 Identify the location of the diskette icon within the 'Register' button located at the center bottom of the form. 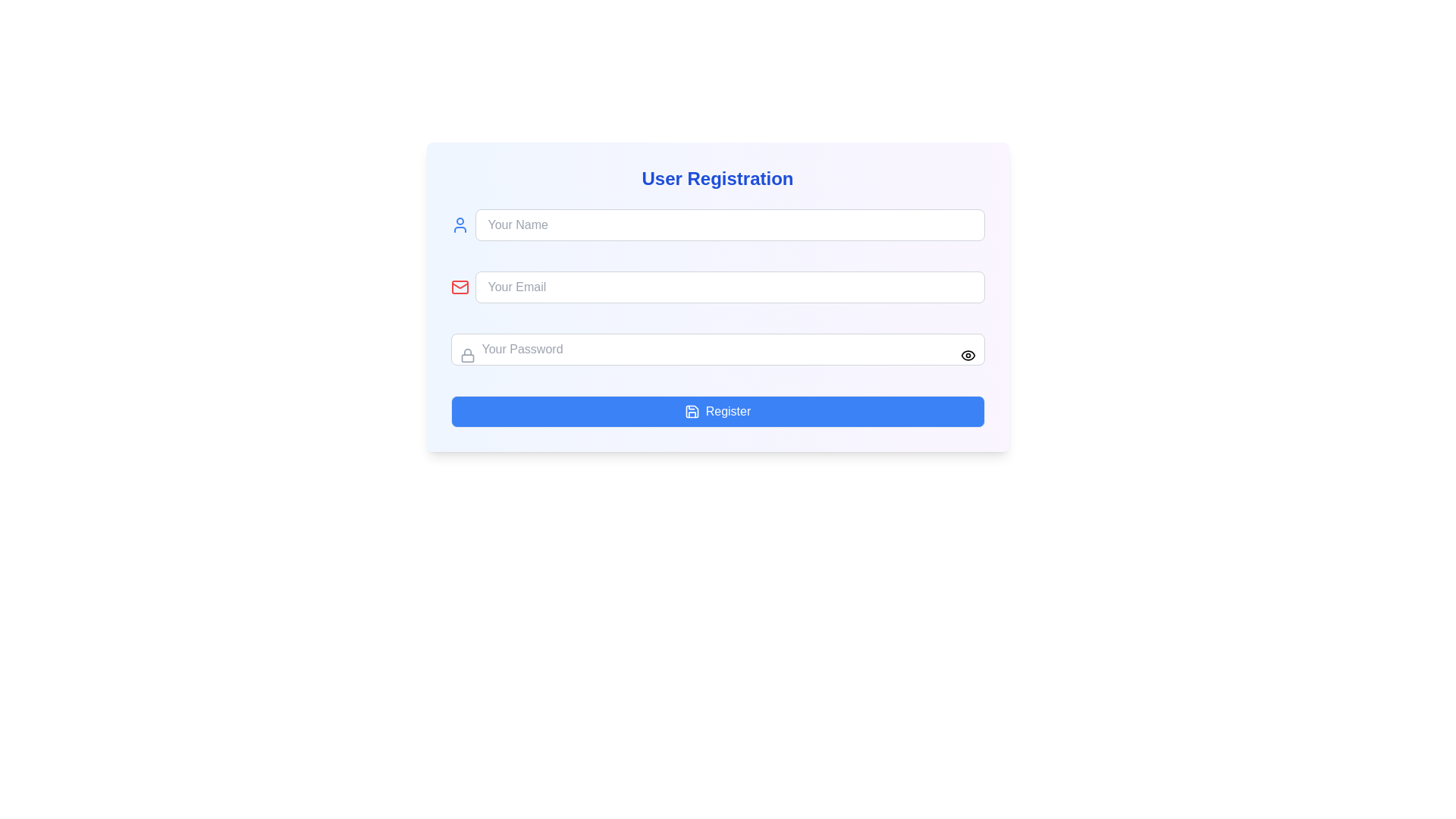
(691, 412).